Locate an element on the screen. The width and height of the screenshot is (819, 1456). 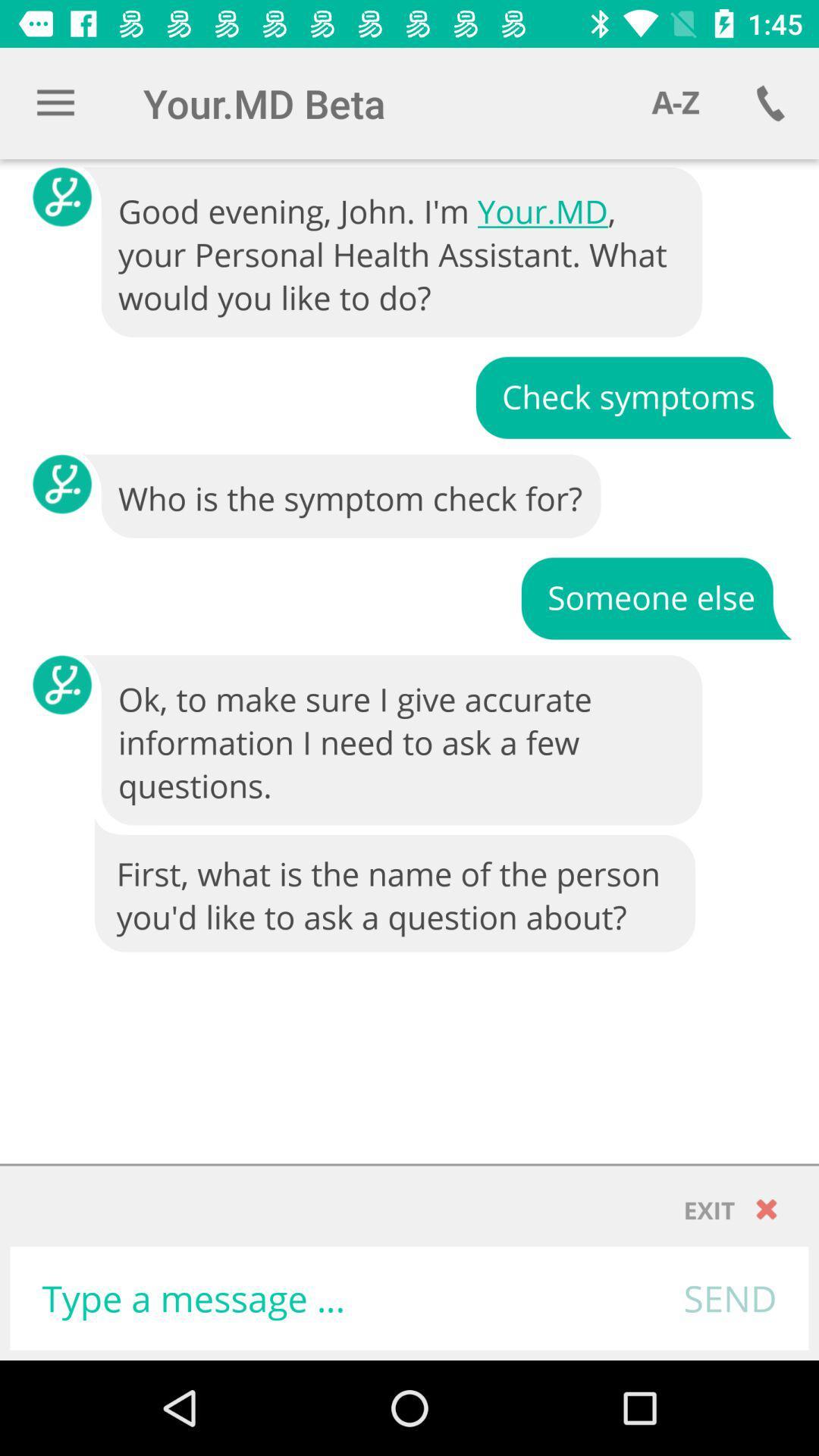
the item above the ok to make item is located at coordinates (655, 596).